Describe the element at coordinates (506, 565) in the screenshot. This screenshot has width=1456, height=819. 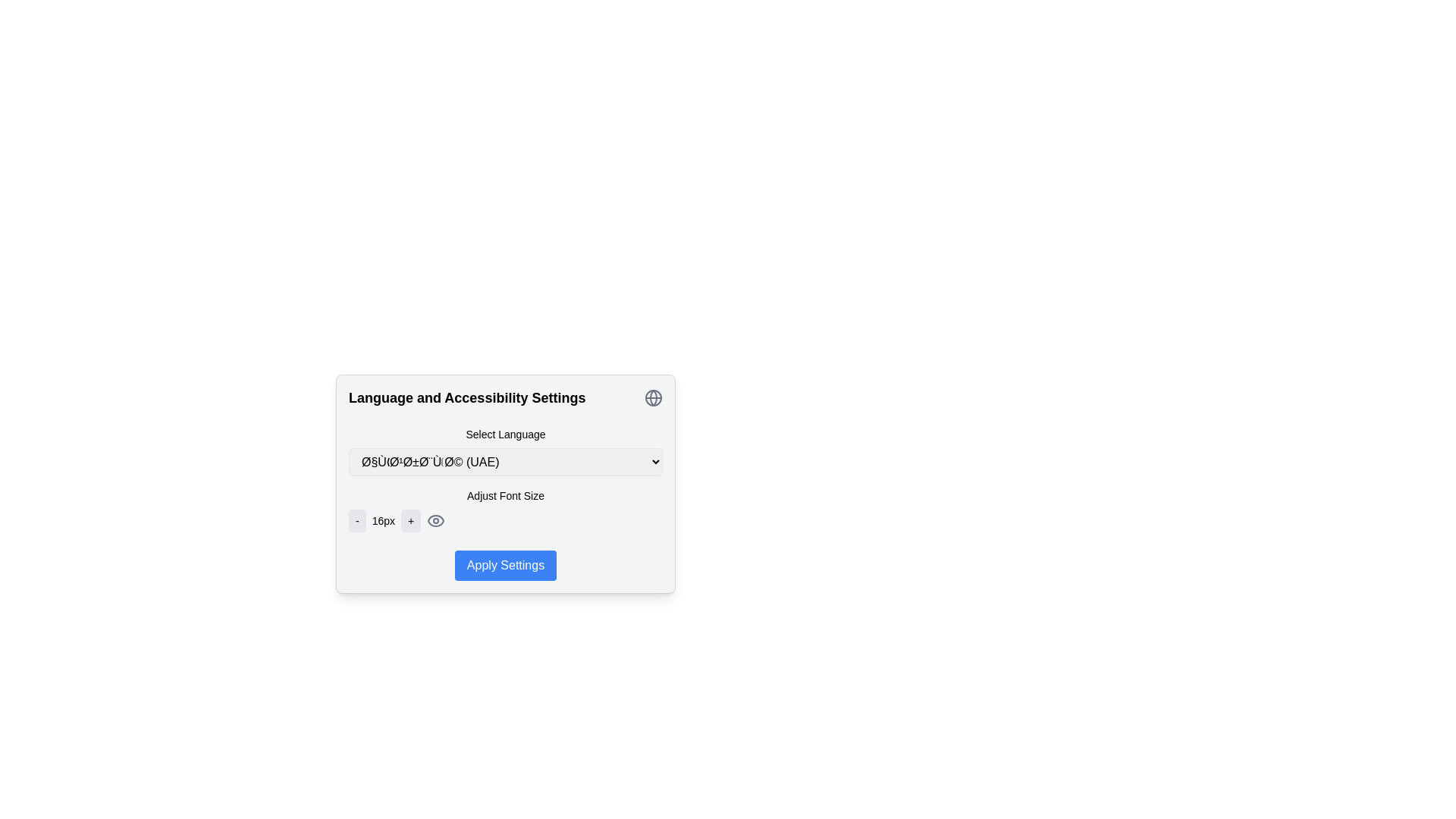
I see `the 'Apply' button located at the bottom of the 'Language and Accessibility Settings' section to apply the changes made in the settings, such as language selection or font size adjustment` at that location.